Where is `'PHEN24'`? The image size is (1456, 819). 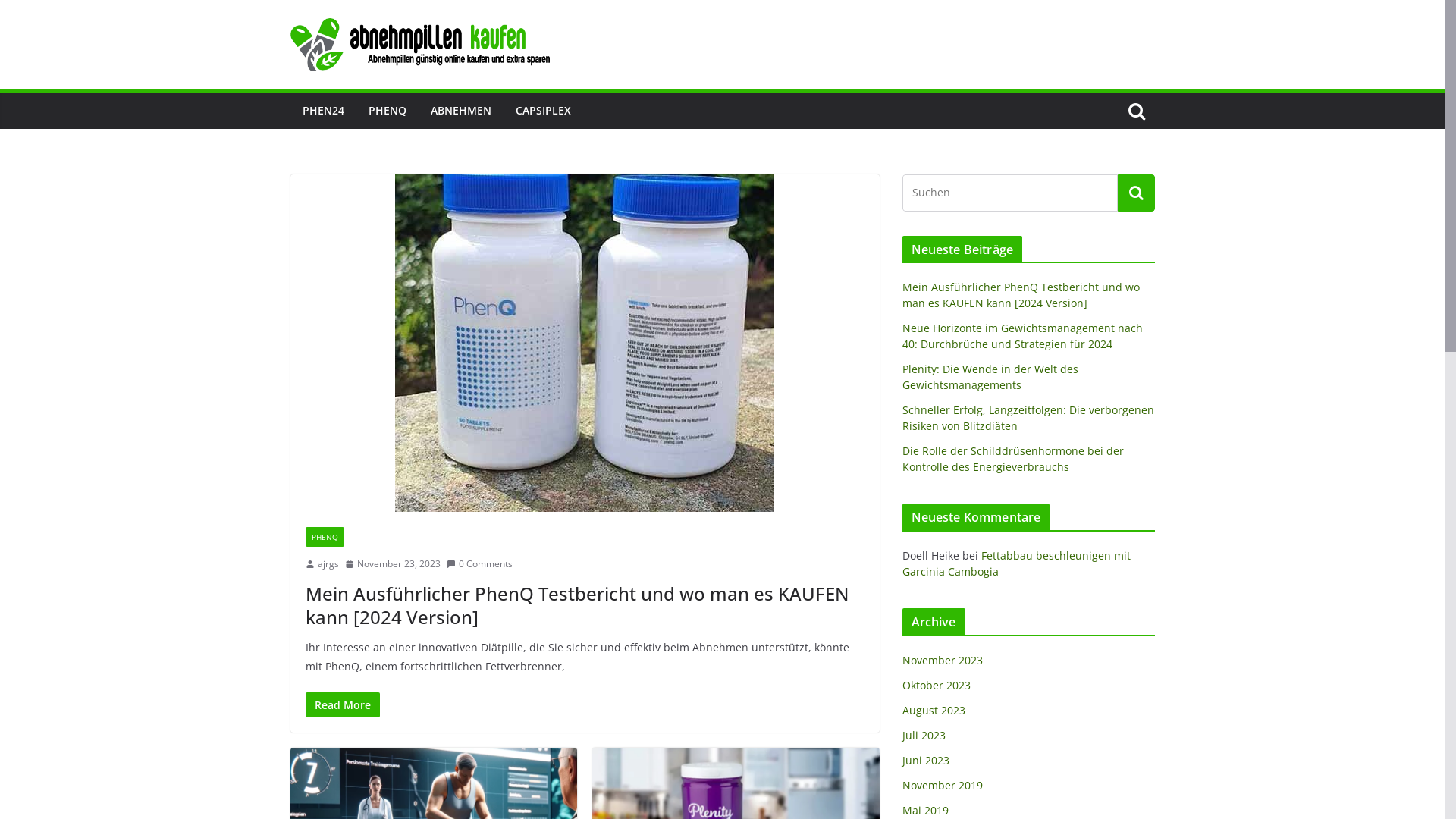 'PHEN24' is located at coordinates (322, 110).